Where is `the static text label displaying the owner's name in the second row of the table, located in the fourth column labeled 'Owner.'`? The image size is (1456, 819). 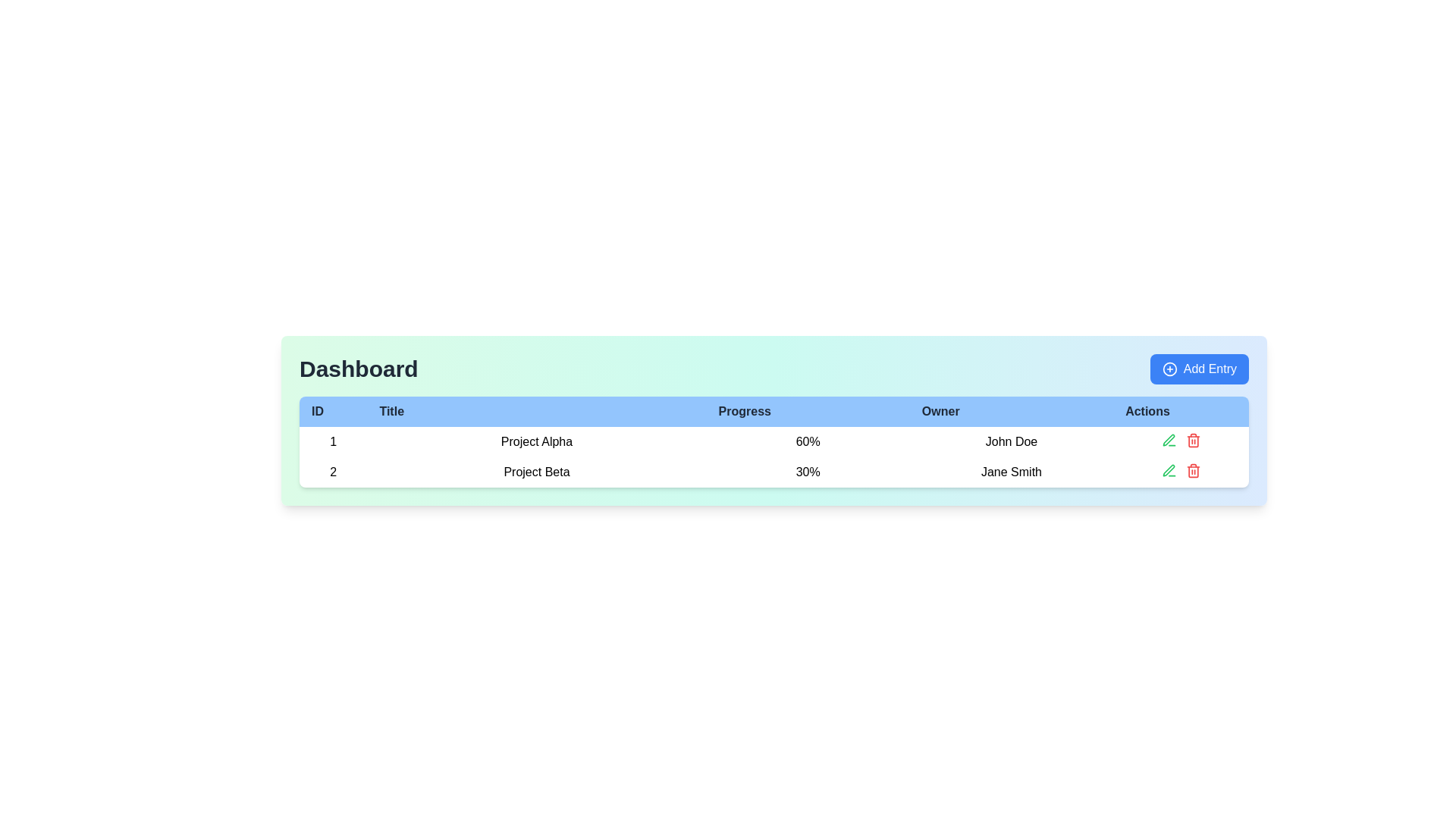 the static text label displaying the owner's name in the second row of the table, located in the fourth column labeled 'Owner.' is located at coordinates (1012, 472).